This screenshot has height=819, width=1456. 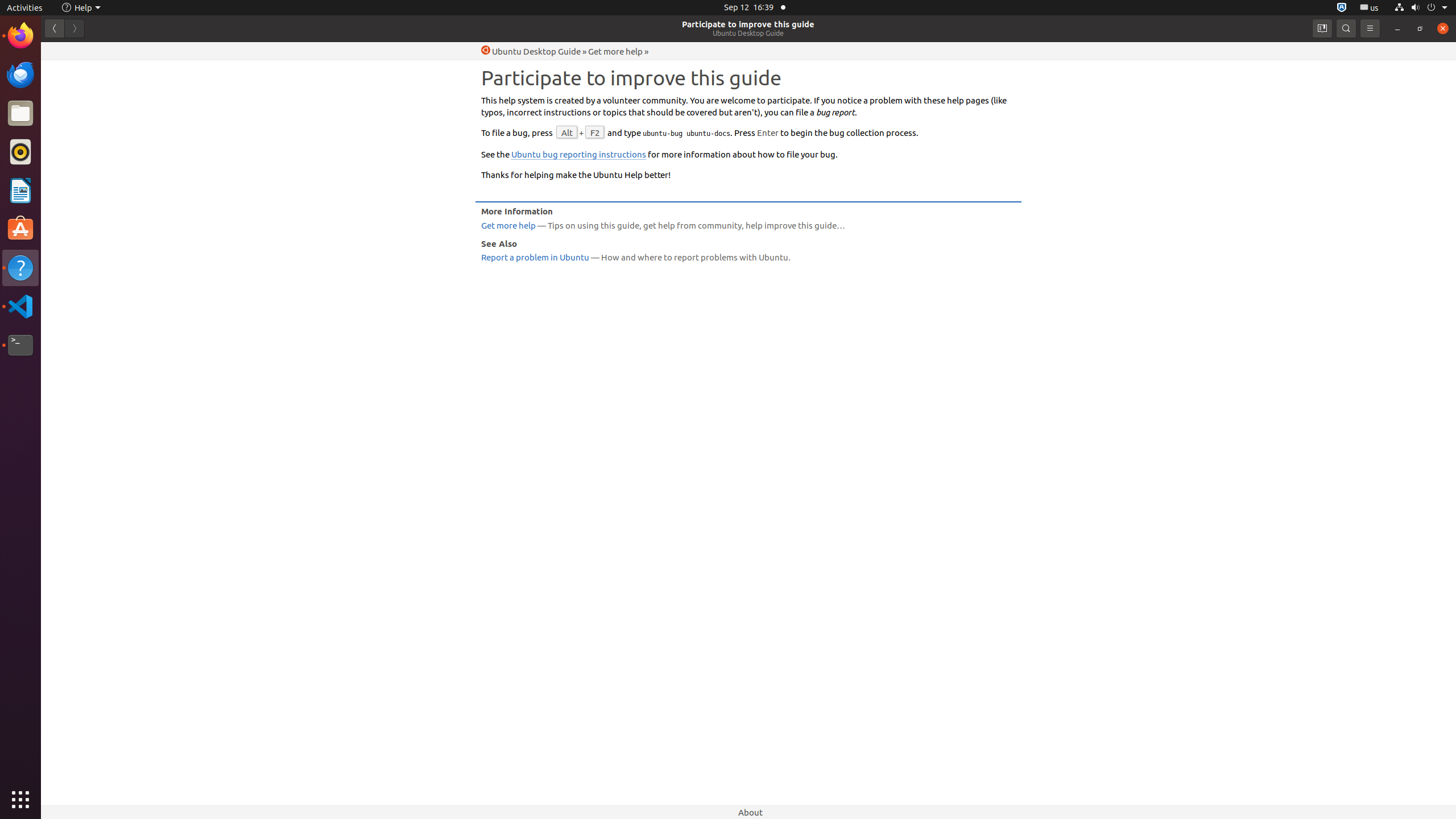 I want to click on 'Firefox Web Browser', so click(x=20, y=35).